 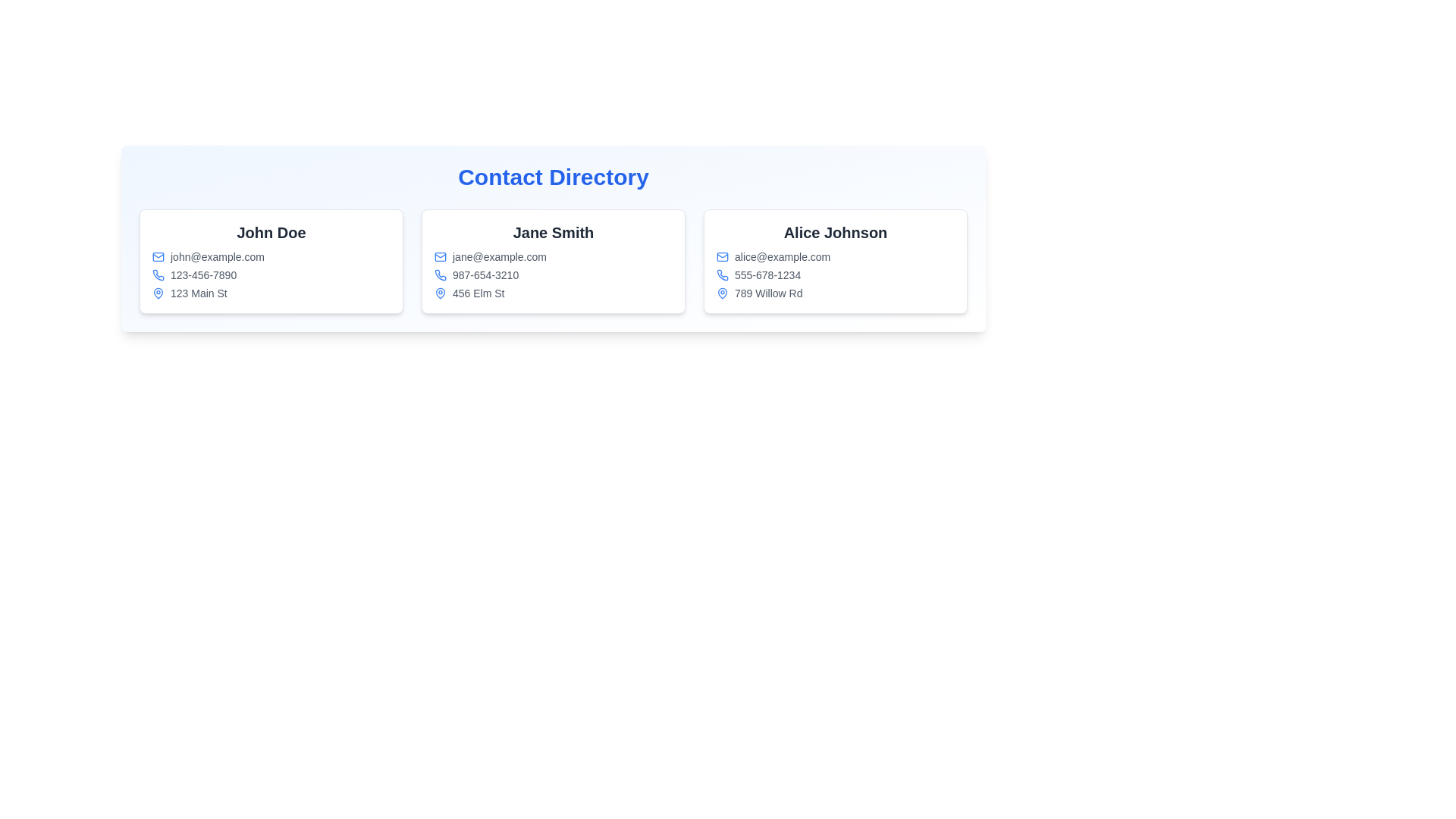 What do you see at coordinates (835, 233) in the screenshot?
I see `the heading 'Alice Johnson'` at bounding box center [835, 233].